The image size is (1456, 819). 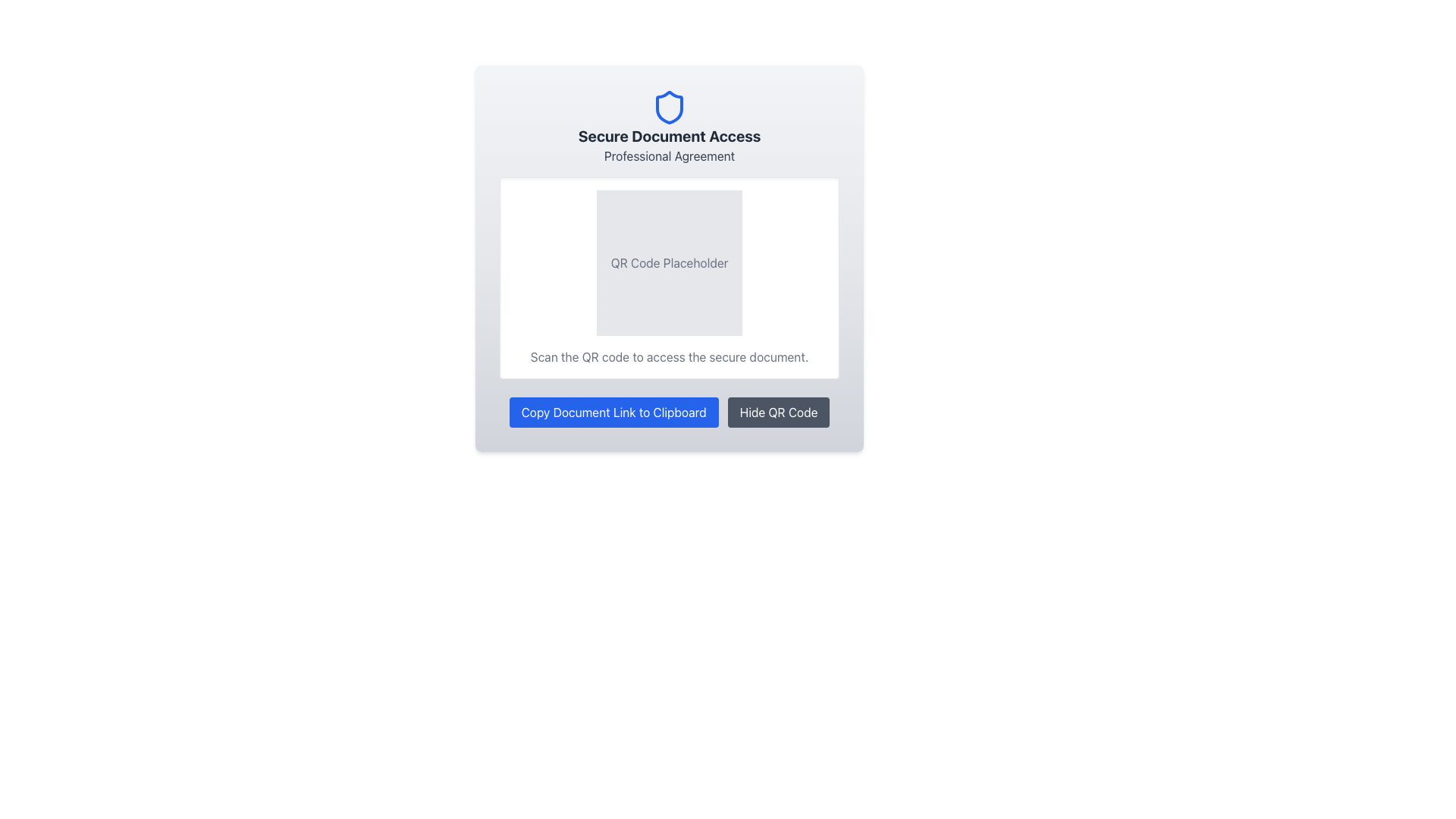 What do you see at coordinates (613, 412) in the screenshot?
I see `the 'Copy Link' button located at the bottom-left of the button group` at bounding box center [613, 412].